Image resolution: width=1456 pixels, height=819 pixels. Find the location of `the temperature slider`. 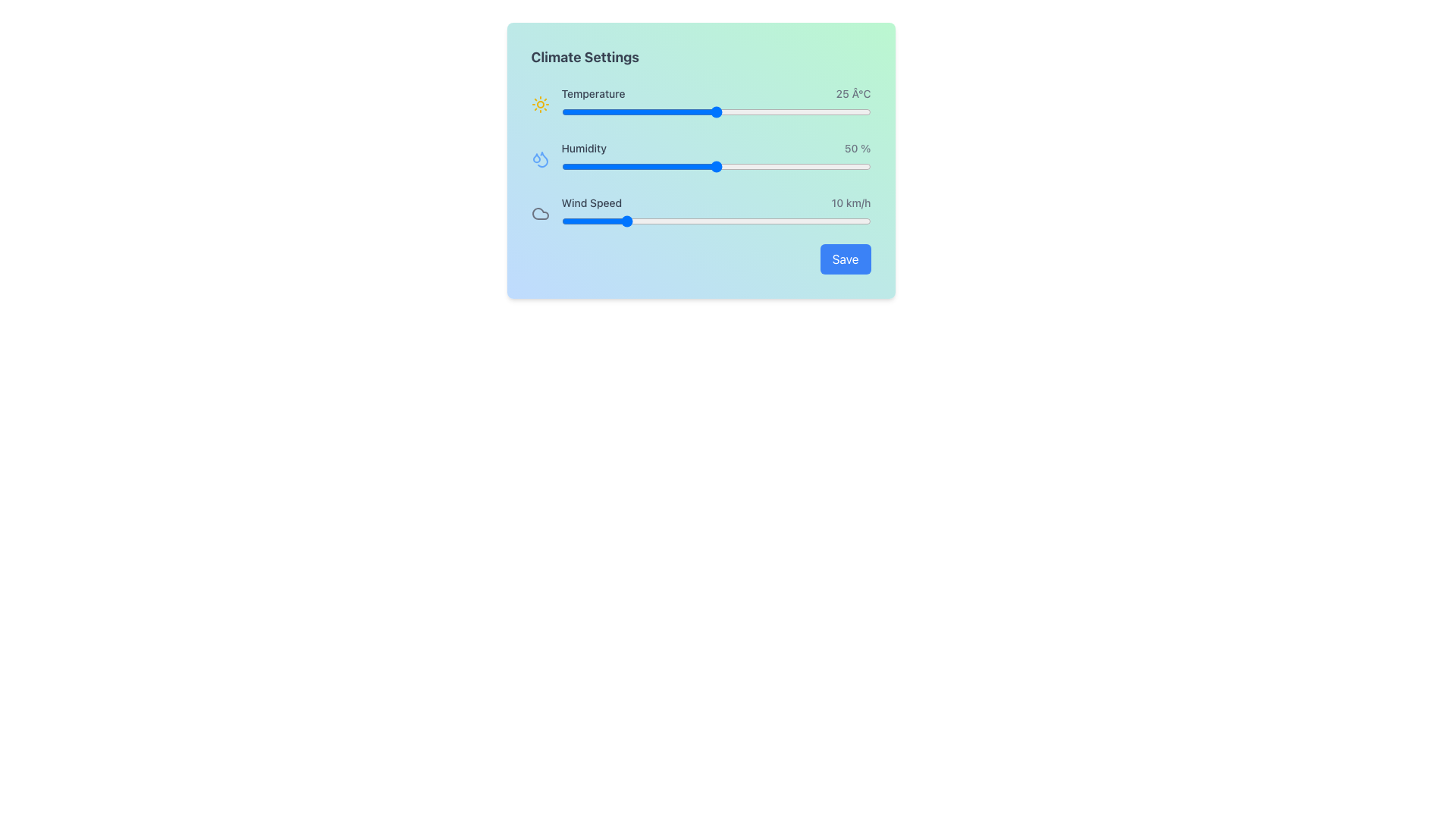

the temperature slider is located at coordinates (598, 111).